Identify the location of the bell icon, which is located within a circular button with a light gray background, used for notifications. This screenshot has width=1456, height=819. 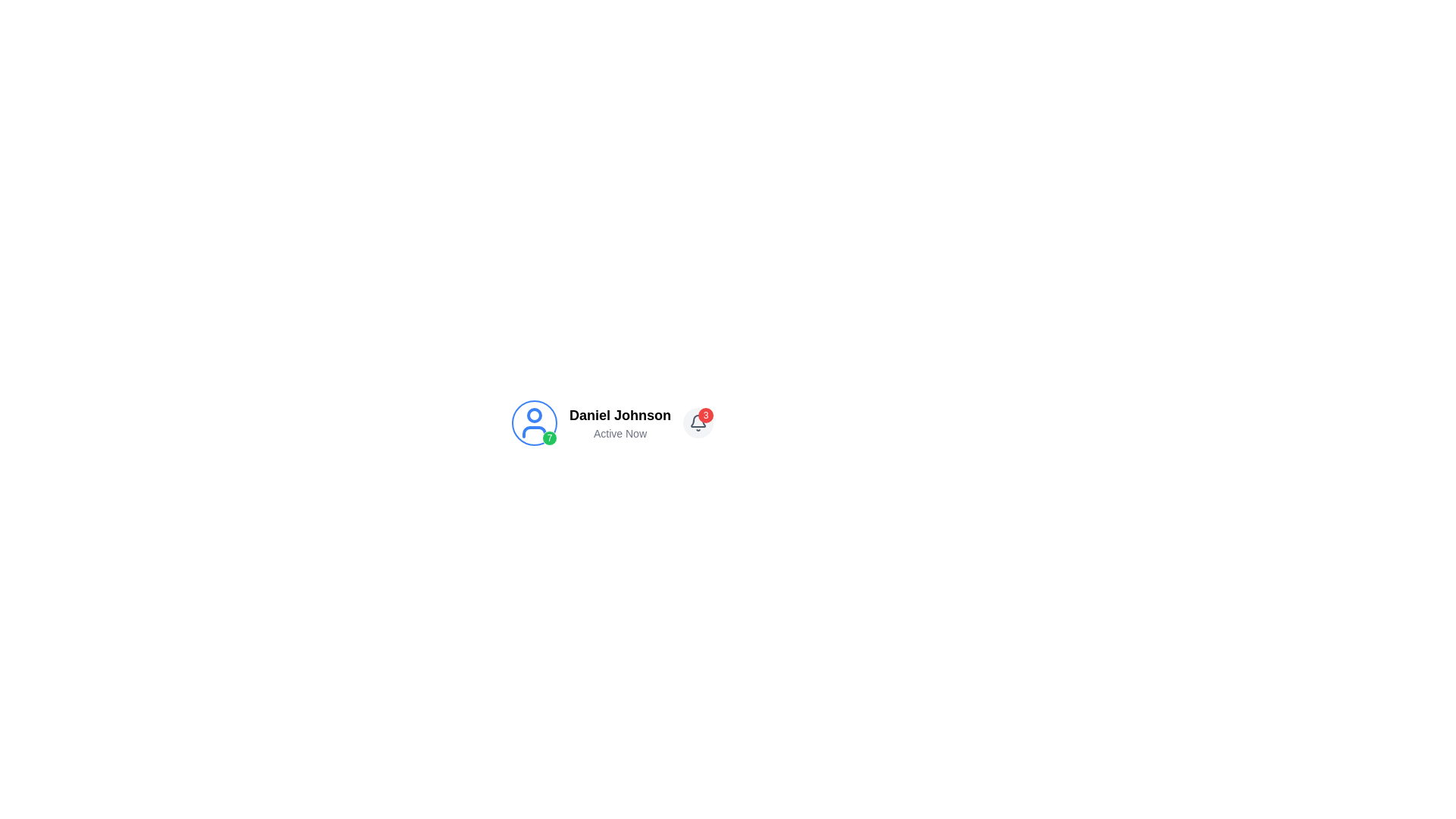
(698, 423).